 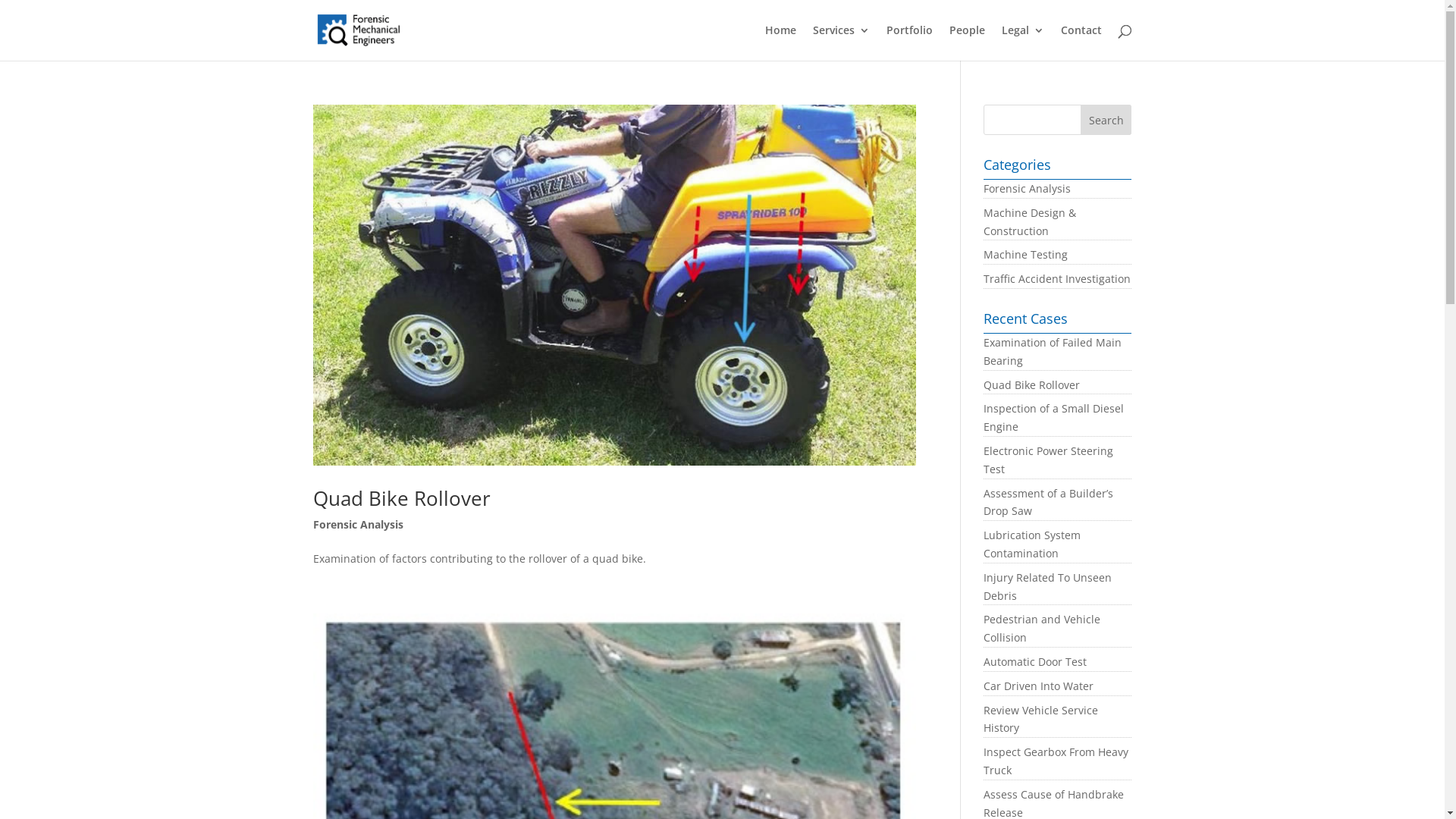 I want to click on 'Inspect Gearbox From Heavy Truck', so click(x=1055, y=761).